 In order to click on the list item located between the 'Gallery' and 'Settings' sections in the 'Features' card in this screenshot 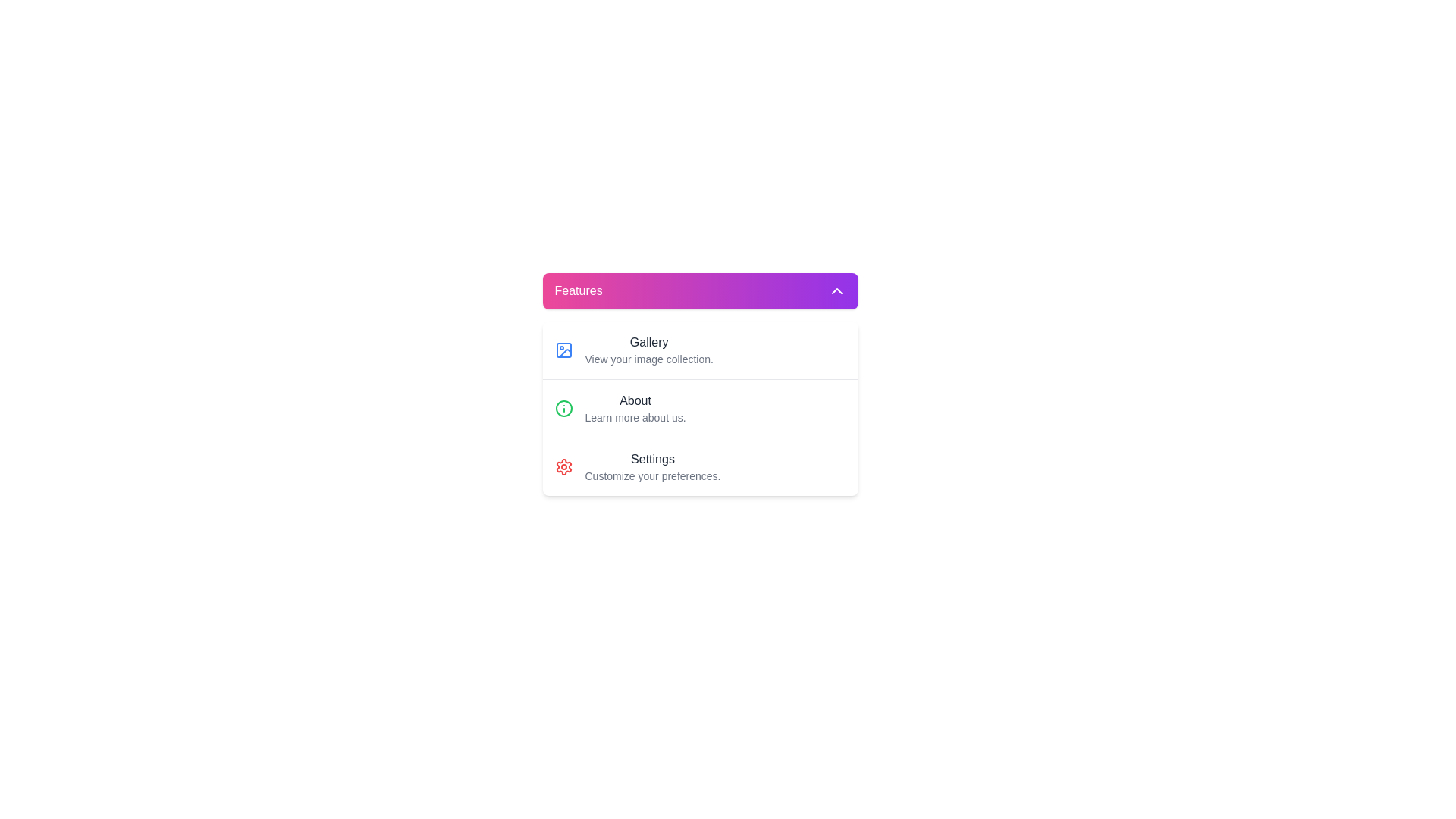, I will do `click(699, 407)`.